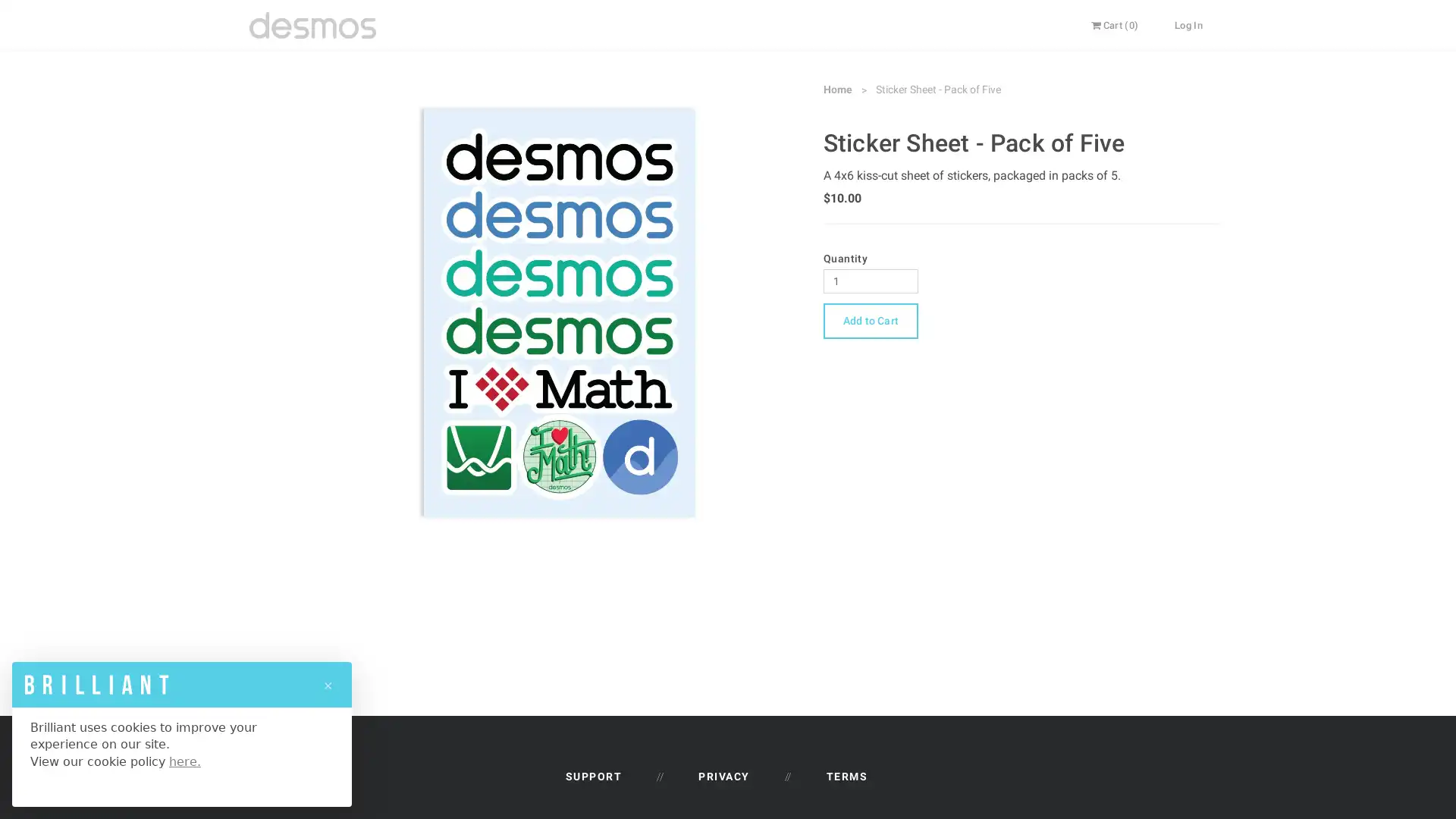  Describe the element at coordinates (870, 320) in the screenshot. I see `Add to Cart` at that location.